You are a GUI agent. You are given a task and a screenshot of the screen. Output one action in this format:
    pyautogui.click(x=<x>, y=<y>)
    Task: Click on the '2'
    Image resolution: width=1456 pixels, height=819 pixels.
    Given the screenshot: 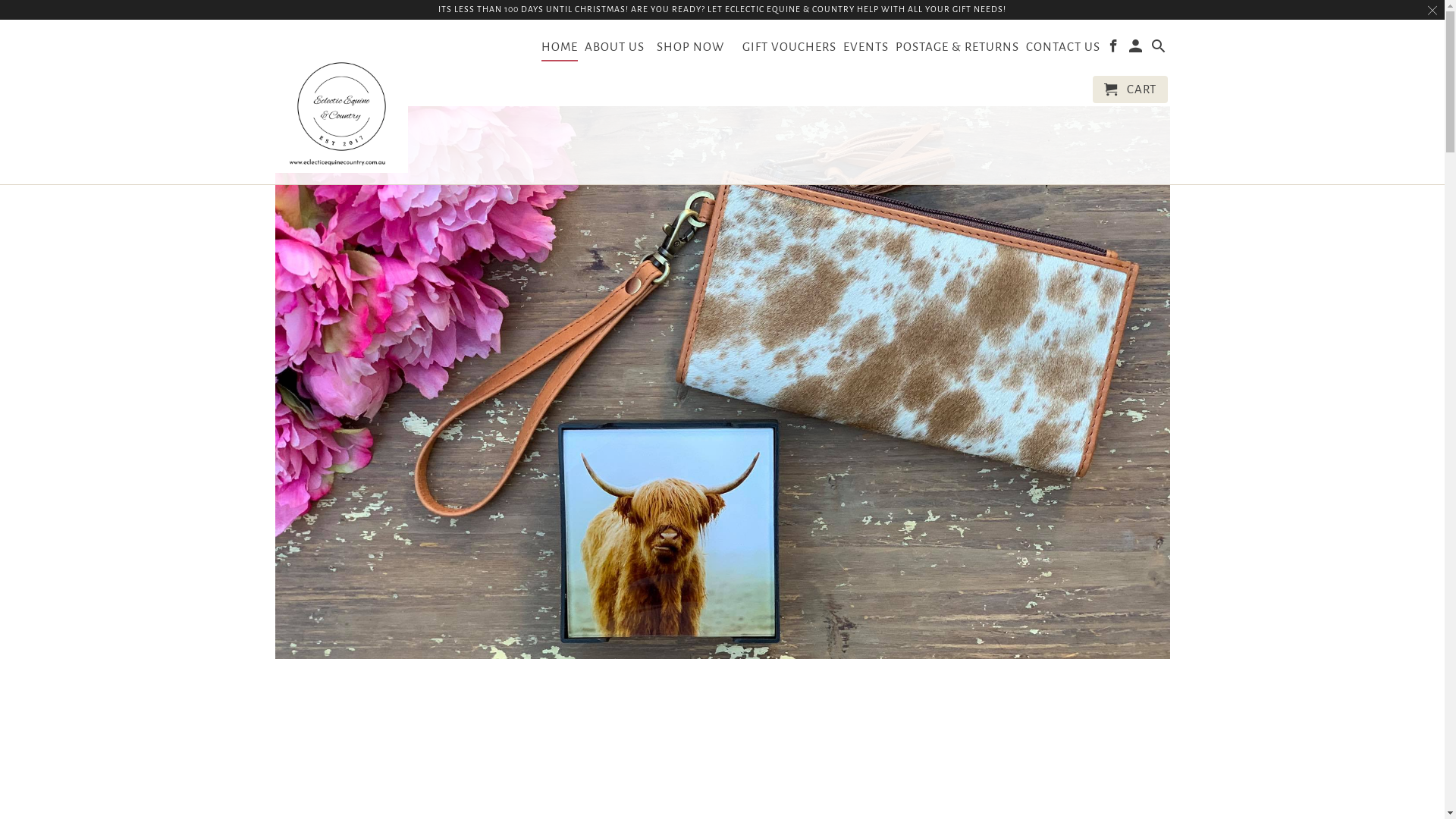 What is the action you would take?
    pyautogui.click(x=722, y=749)
    